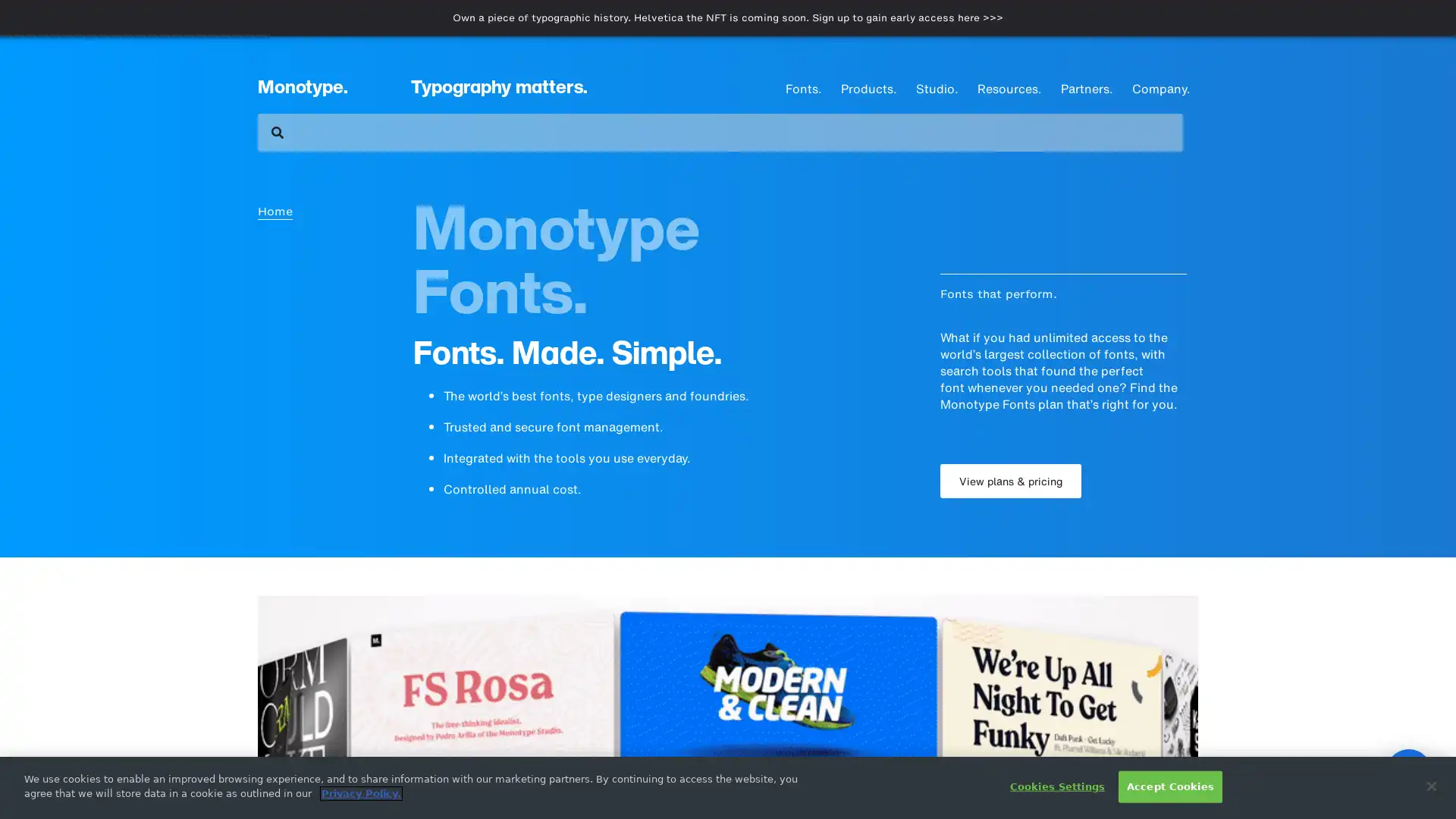 The height and width of the screenshot is (819, 1456). Describe the element at coordinates (1407, 772) in the screenshot. I see `Open Intercom Messenger` at that location.